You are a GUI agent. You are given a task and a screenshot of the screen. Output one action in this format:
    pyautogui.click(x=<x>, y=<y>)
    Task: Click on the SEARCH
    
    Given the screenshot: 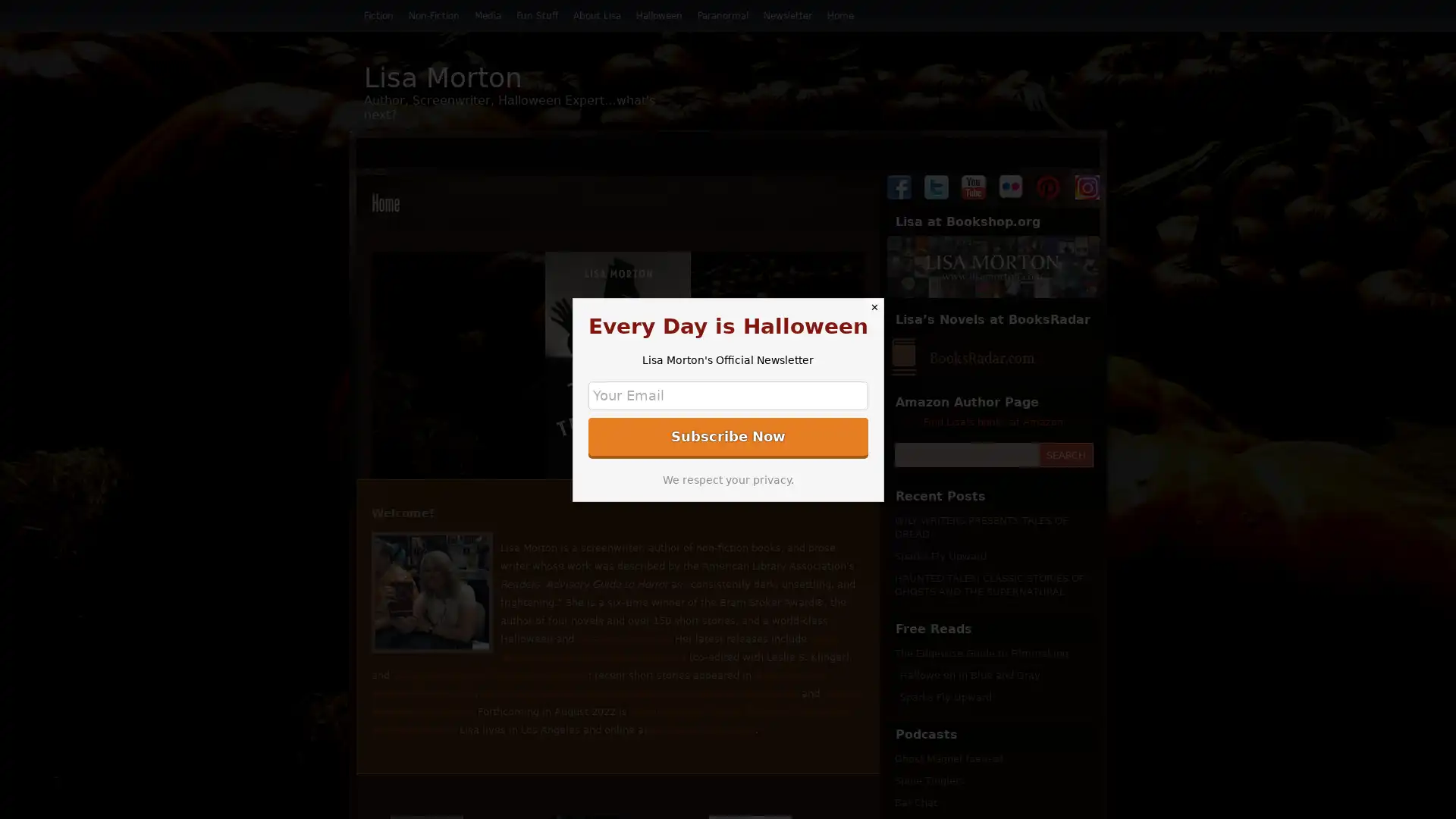 What is the action you would take?
    pyautogui.click(x=1065, y=454)
    